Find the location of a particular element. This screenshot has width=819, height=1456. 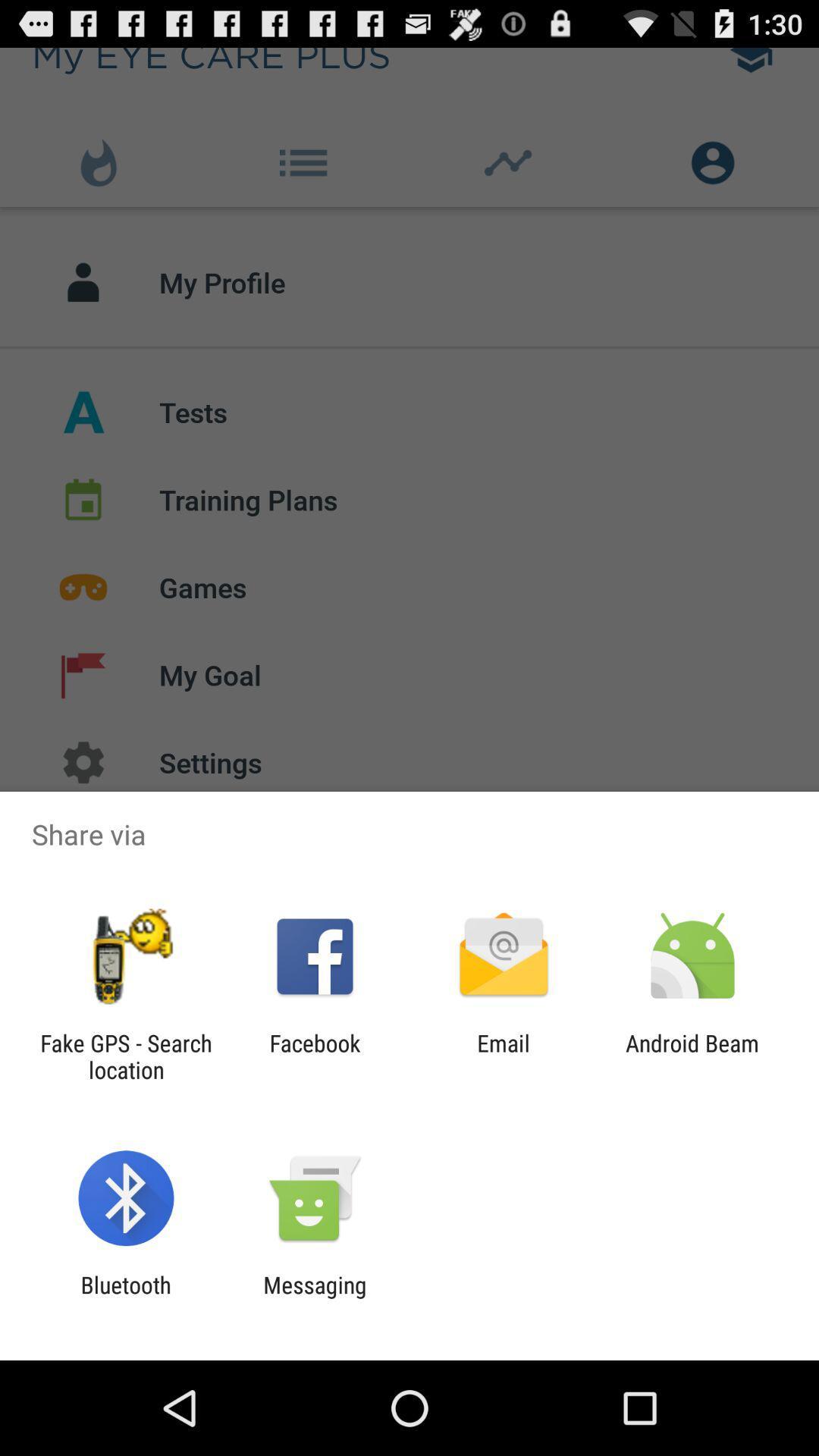

the app next to messaging app is located at coordinates (125, 1298).